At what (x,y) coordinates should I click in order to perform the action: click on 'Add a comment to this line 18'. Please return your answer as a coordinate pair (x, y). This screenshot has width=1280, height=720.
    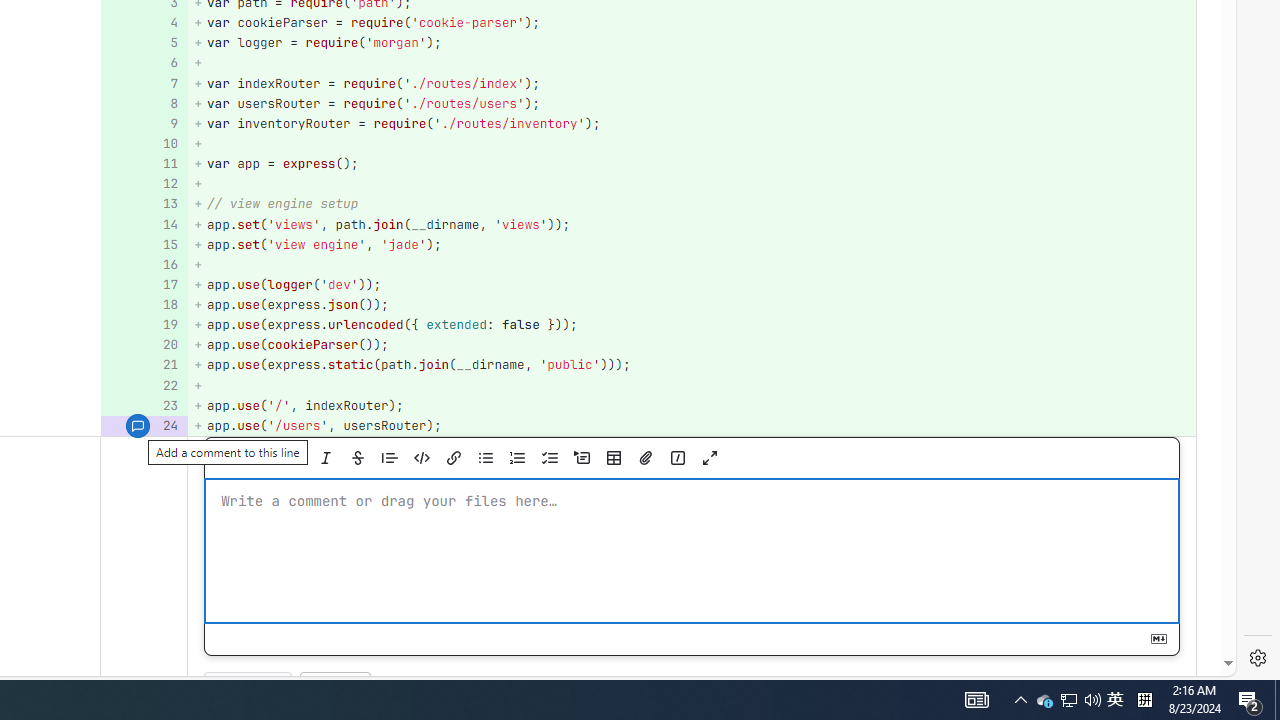
    Looking at the image, I should click on (143, 305).